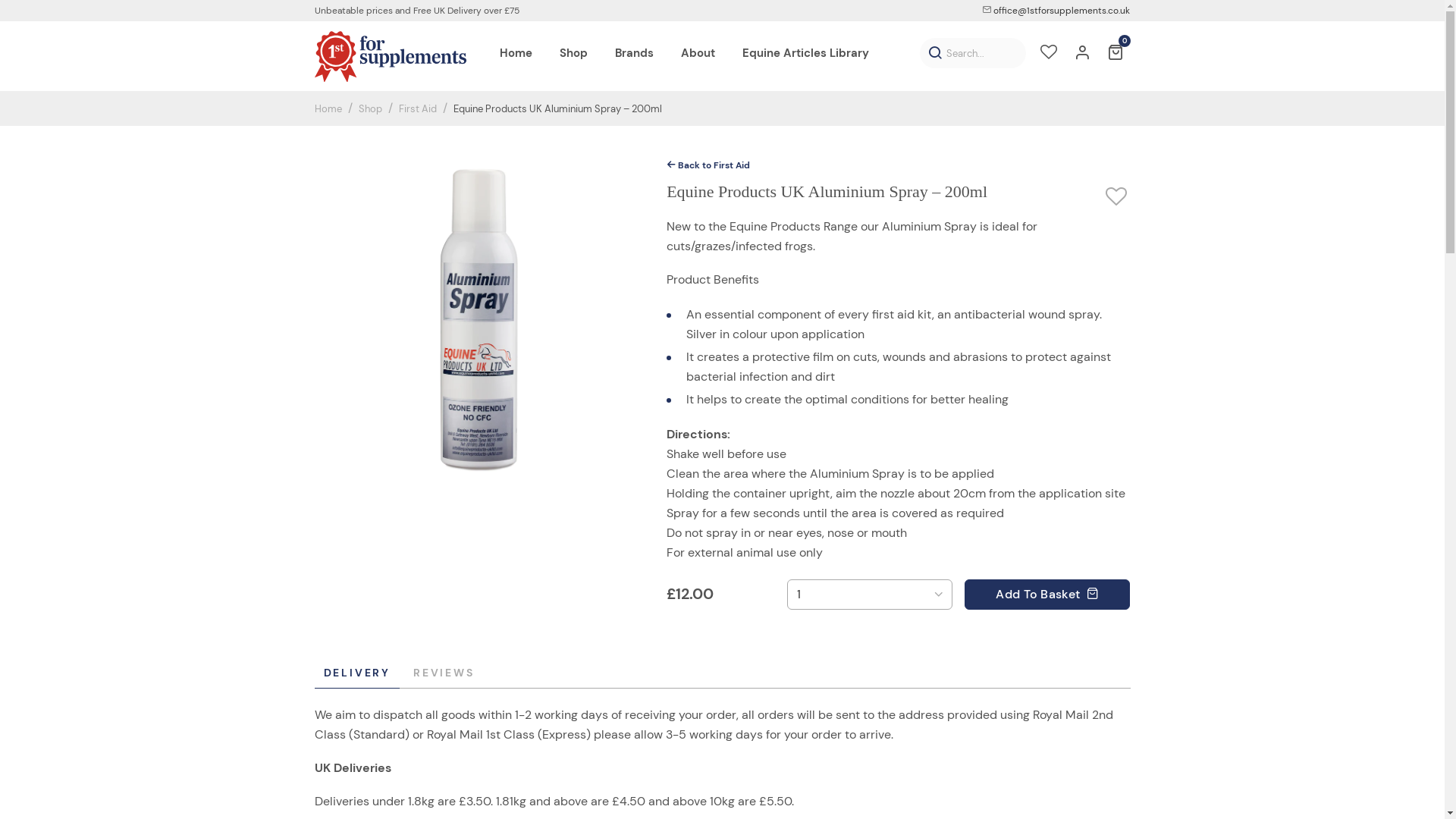  What do you see at coordinates (633, 52) in the screenshot?
I see `'Brands'` at bounding box center [633, 52].